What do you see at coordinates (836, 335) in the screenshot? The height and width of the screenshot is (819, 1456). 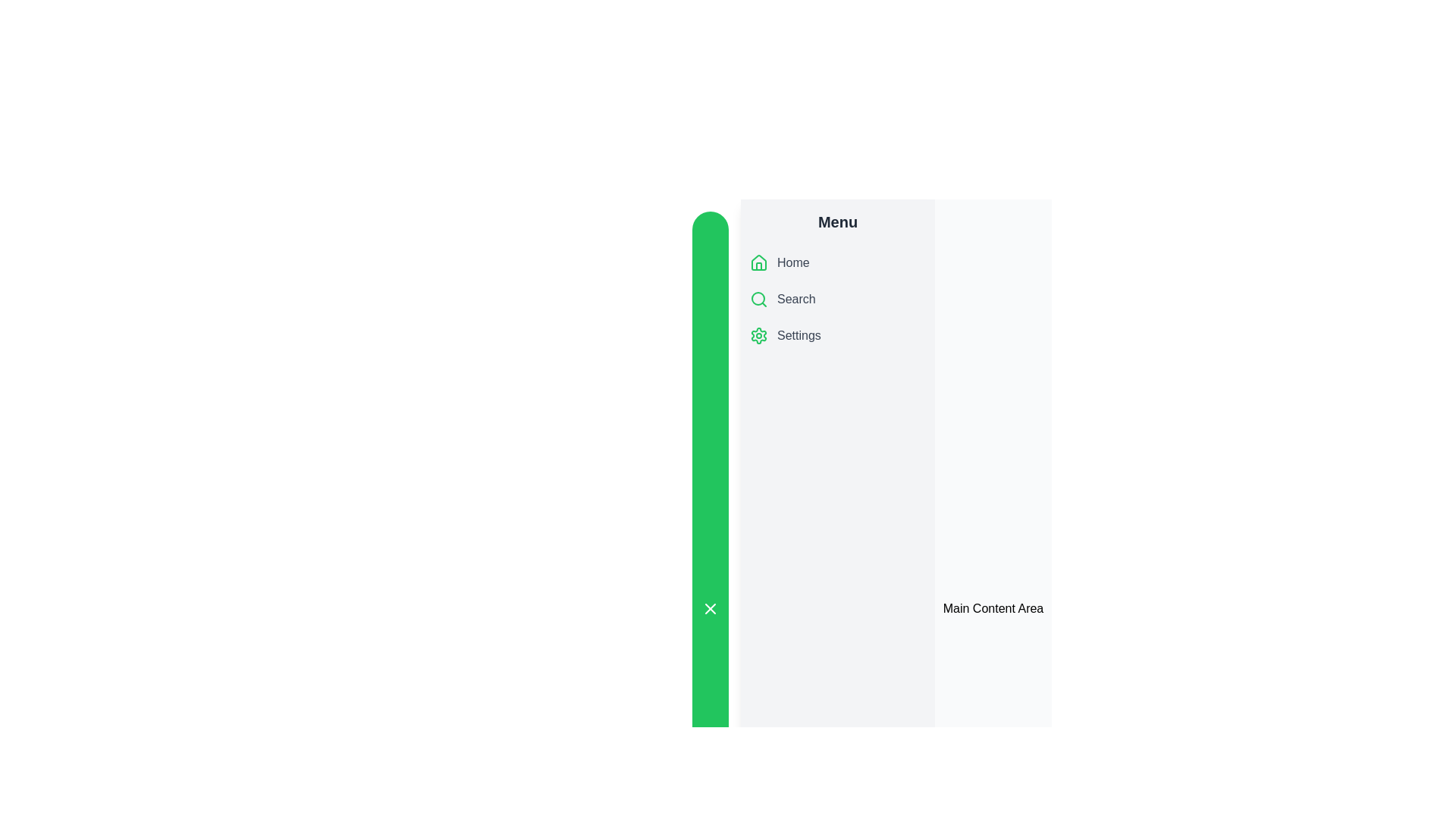 I see `the menu item Settings to select it` at bounding box center [836, 335].